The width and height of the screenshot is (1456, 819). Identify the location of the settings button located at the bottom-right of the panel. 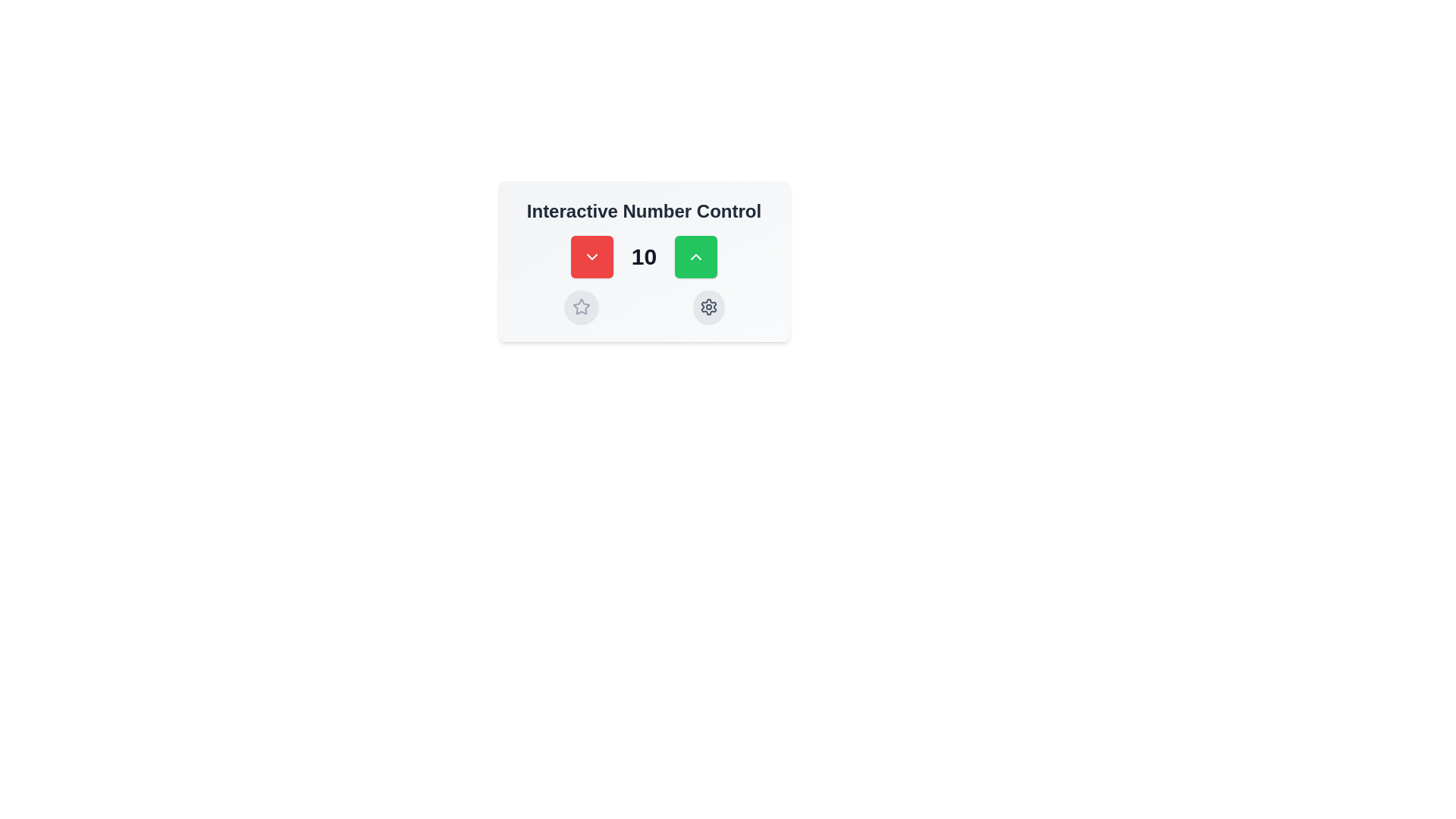
(708, 307).